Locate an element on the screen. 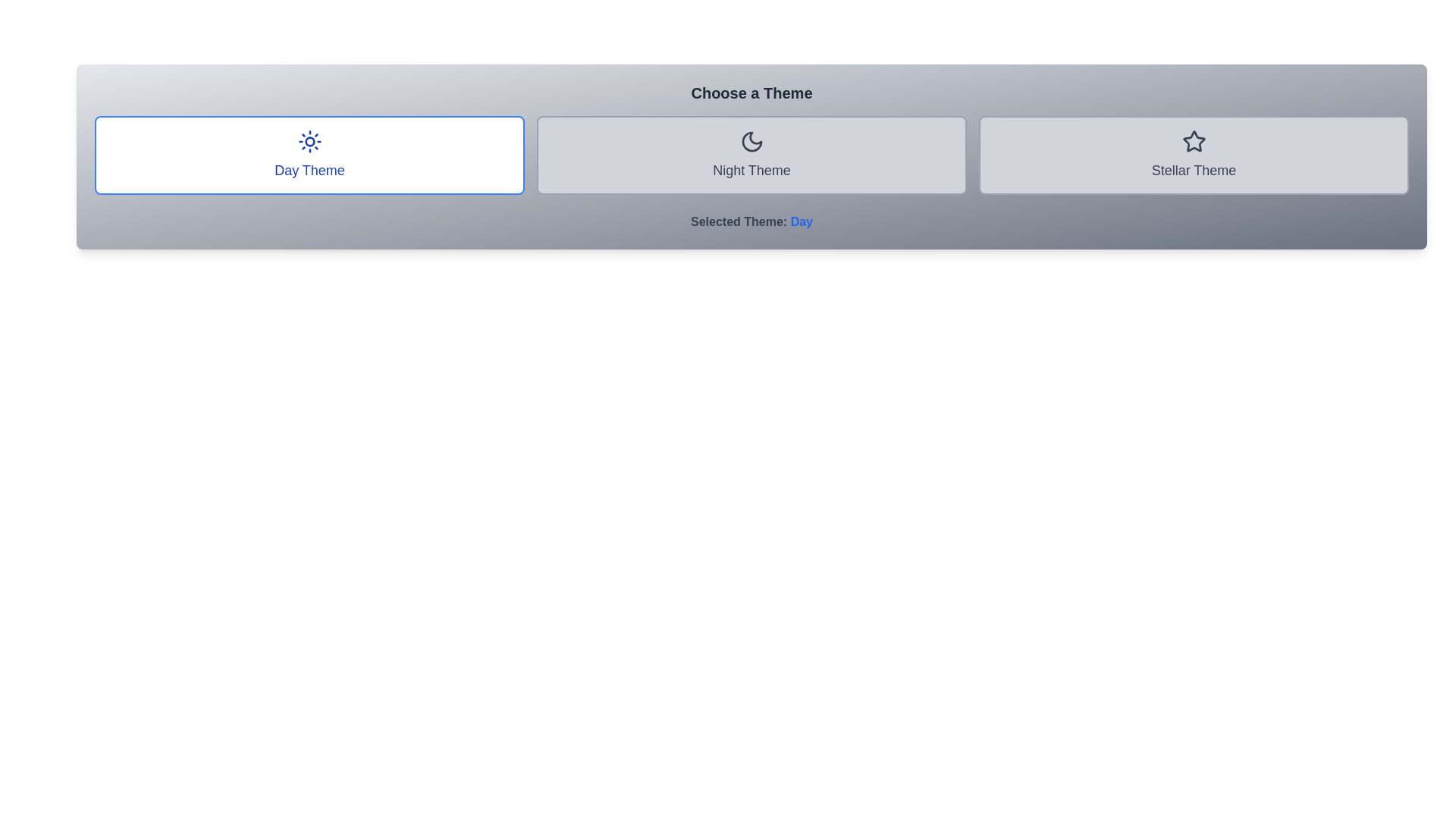 The width and height of the screenshot is (1456, 819). the theme button corresponding to Day Theme is located at coordinates (309, 155).